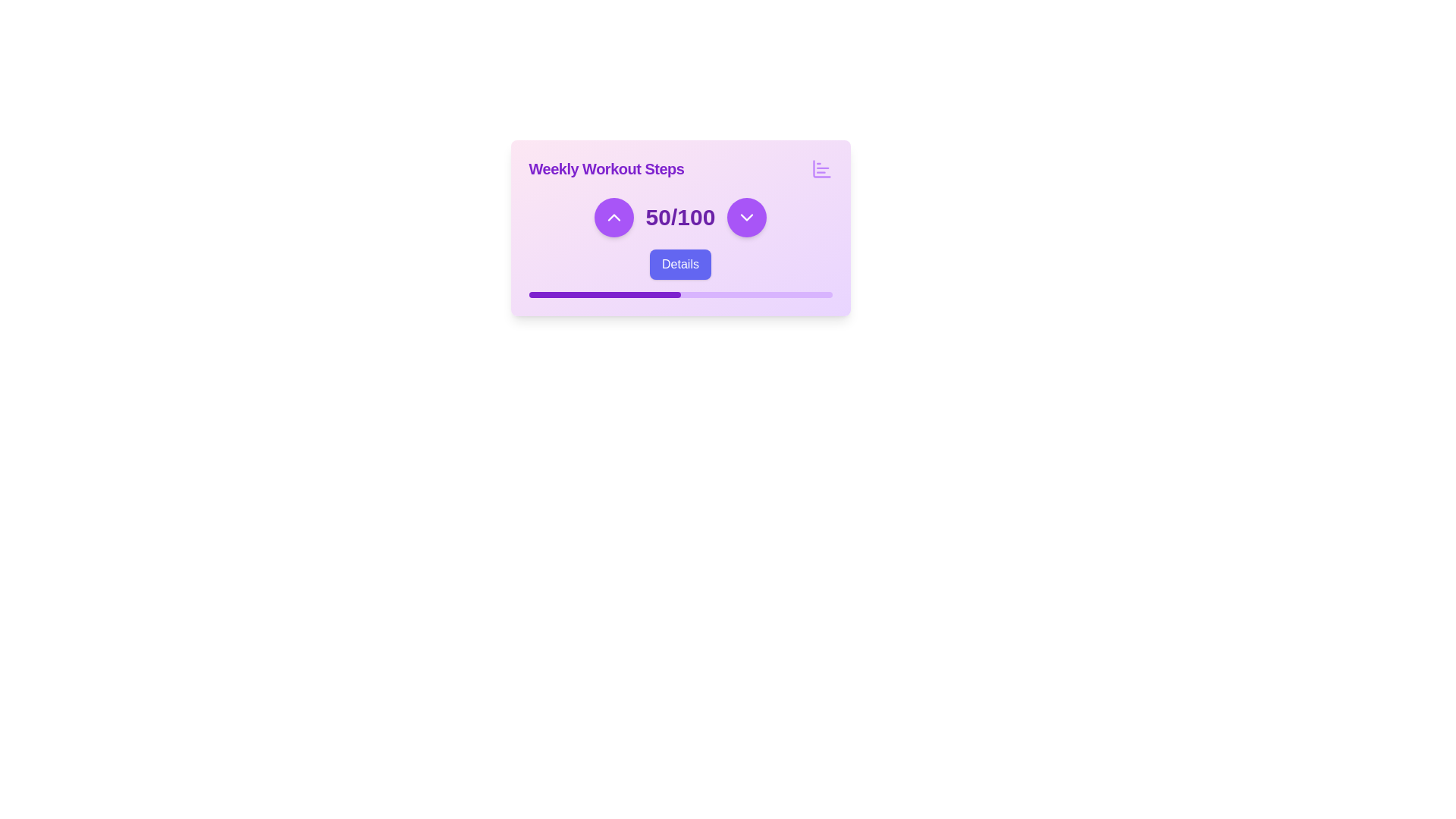 The image size is (1456, 819). I want to click on the chevron-down icon, which is styled in white on a purple circular background, located within a card-like interface, so click(747, 217).